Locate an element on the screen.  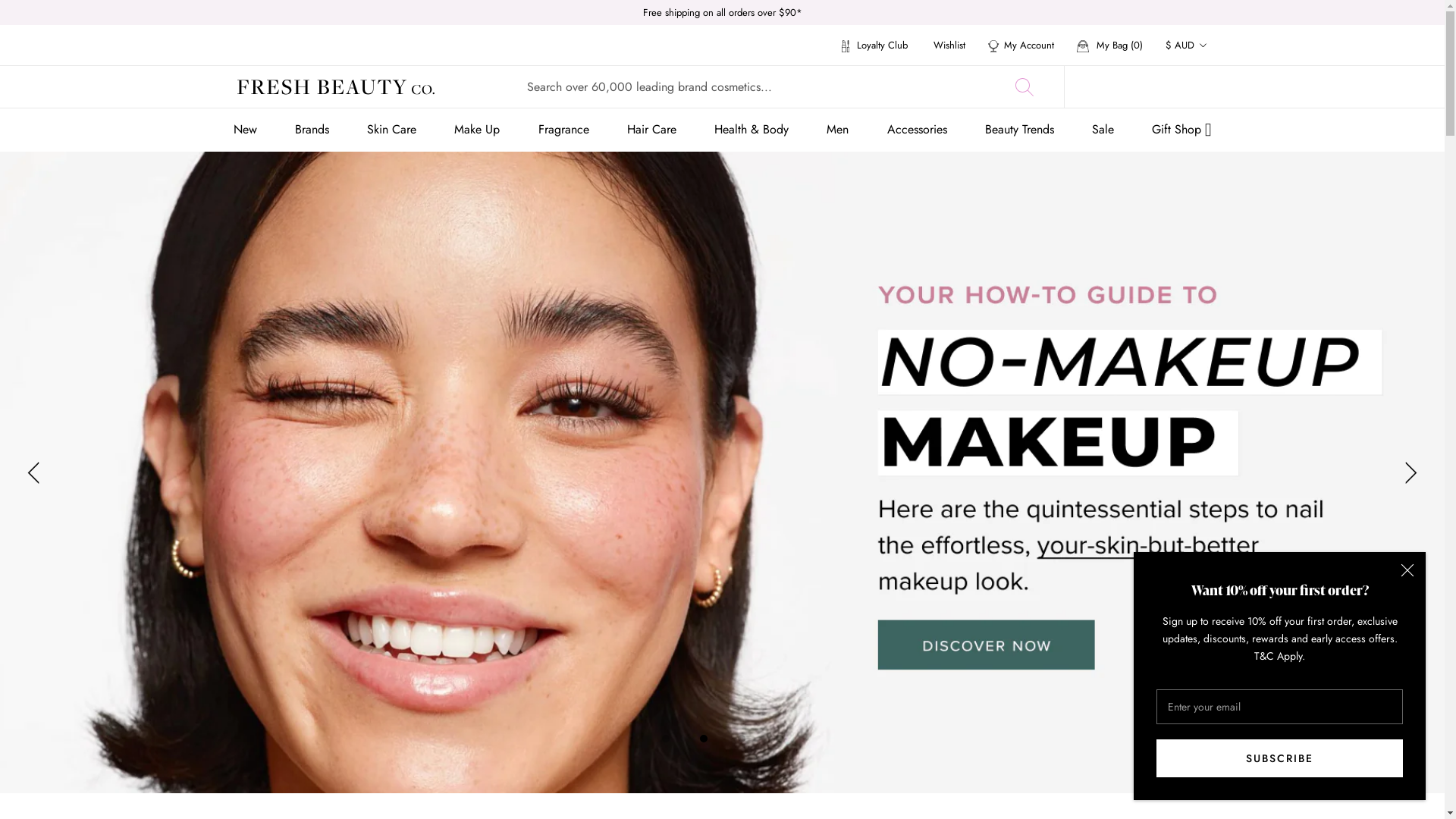
'Health & Body is located at coordinates (713, 128).